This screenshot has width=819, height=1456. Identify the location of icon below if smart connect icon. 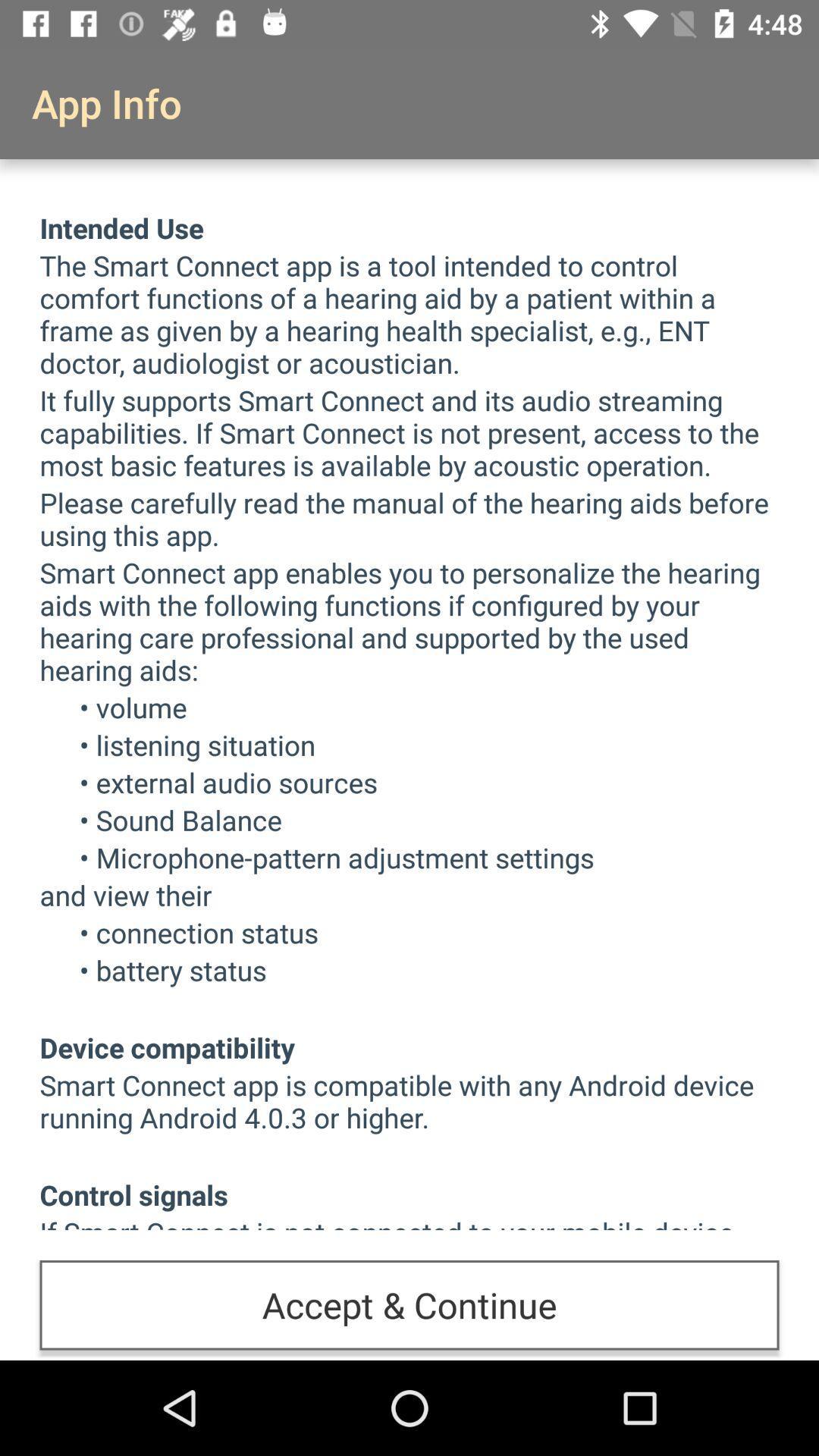
(409, 1304).